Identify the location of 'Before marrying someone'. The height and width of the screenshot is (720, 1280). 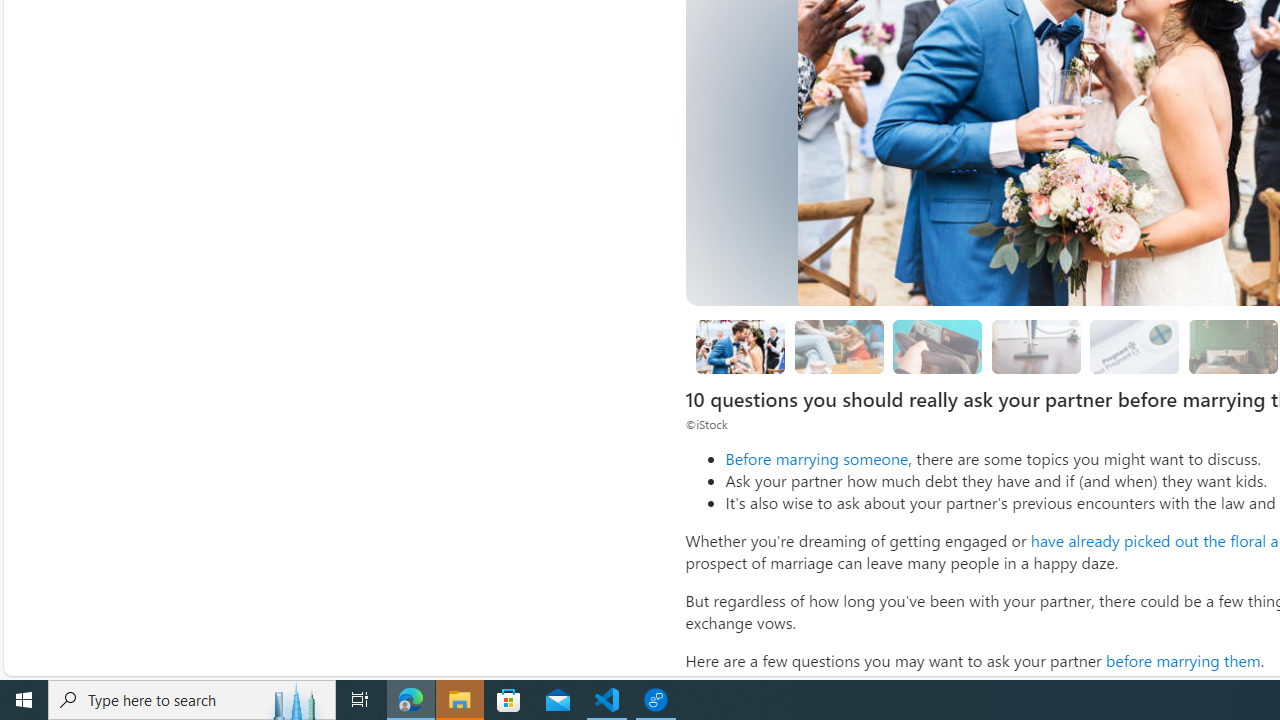
(816, 458).